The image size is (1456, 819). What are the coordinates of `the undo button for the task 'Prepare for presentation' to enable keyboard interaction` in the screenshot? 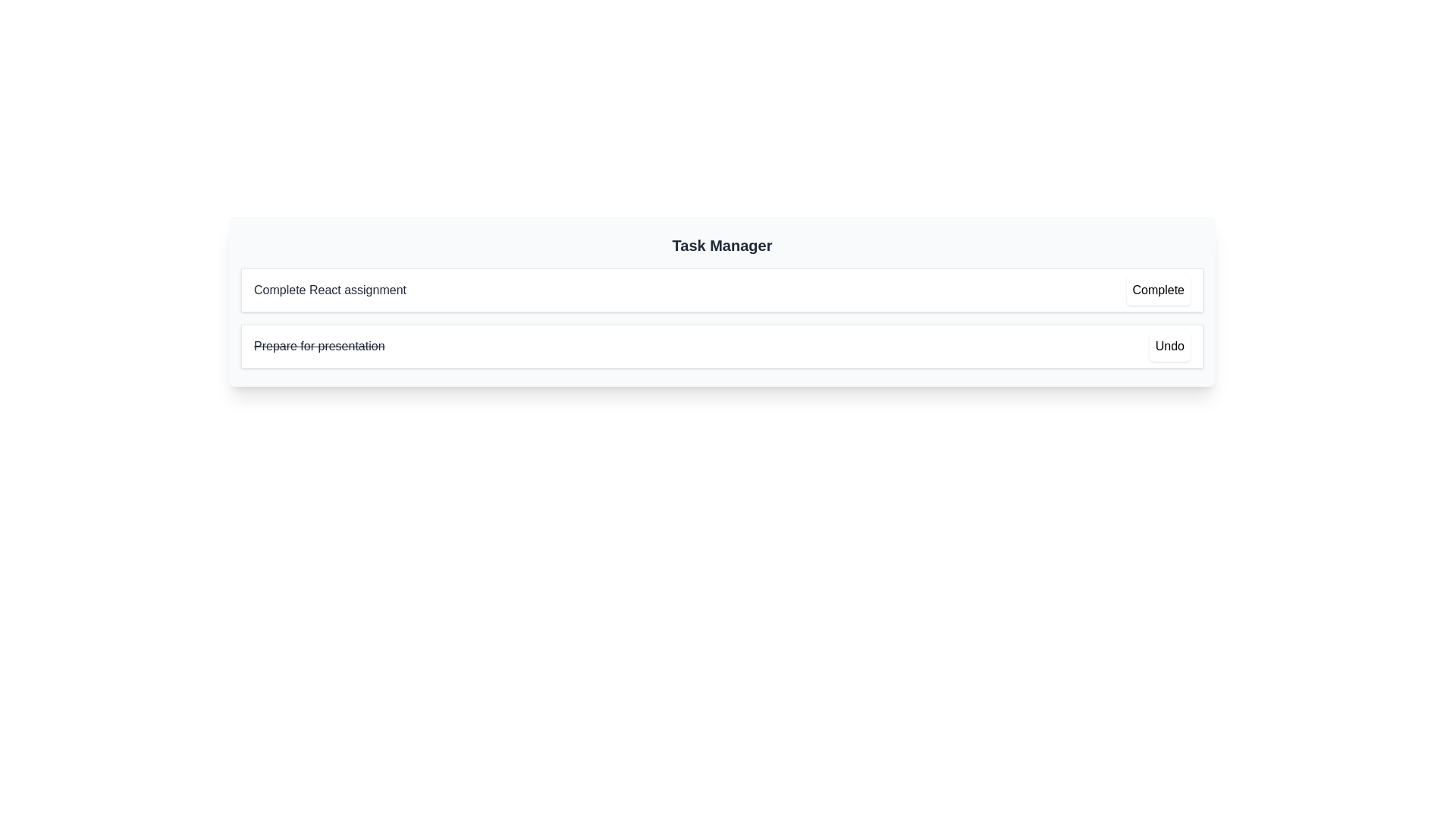 It's located at (1169, 346).